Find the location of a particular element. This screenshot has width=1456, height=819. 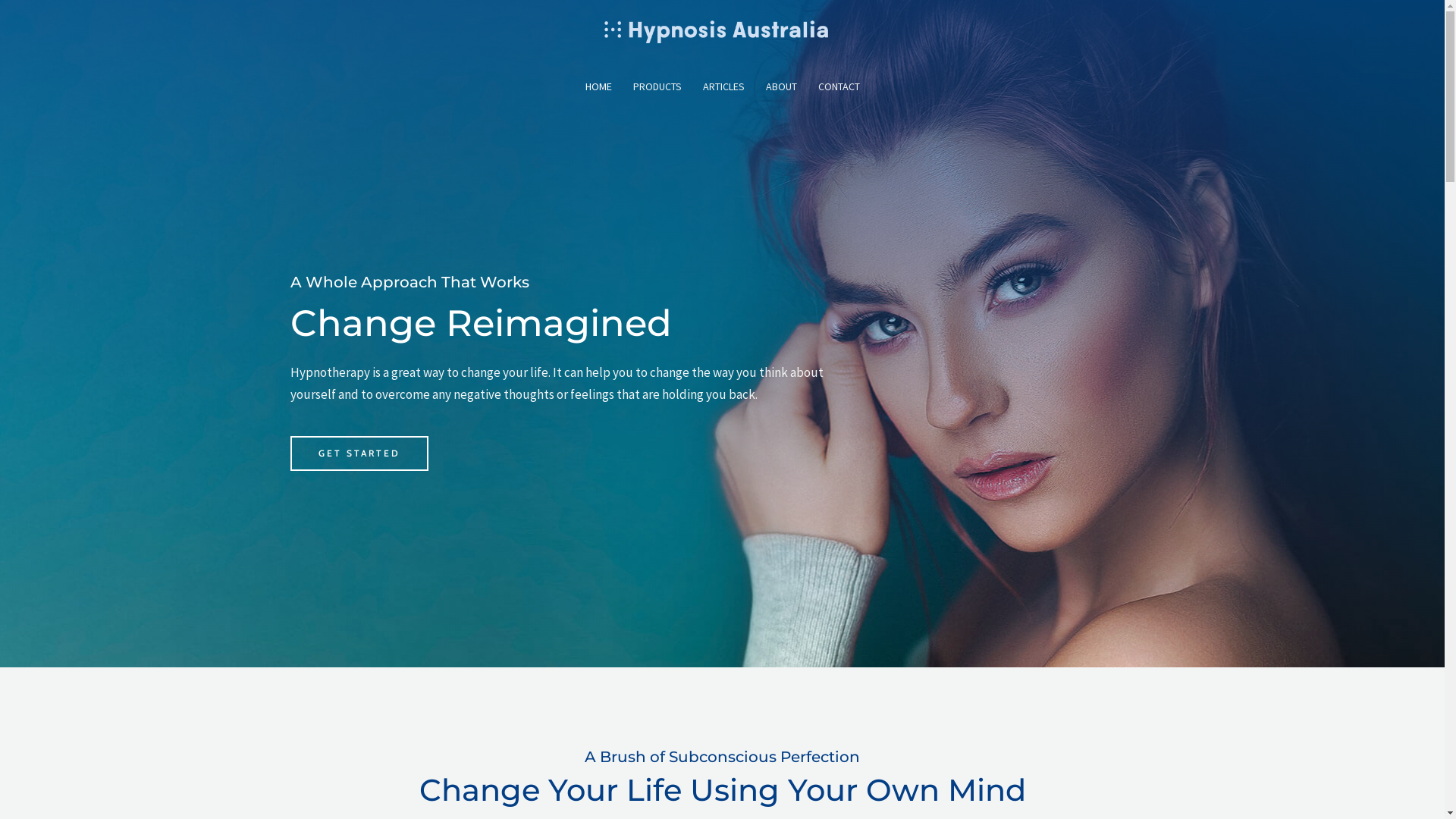

'ARTICLES' is located at coordinates (722, 86).